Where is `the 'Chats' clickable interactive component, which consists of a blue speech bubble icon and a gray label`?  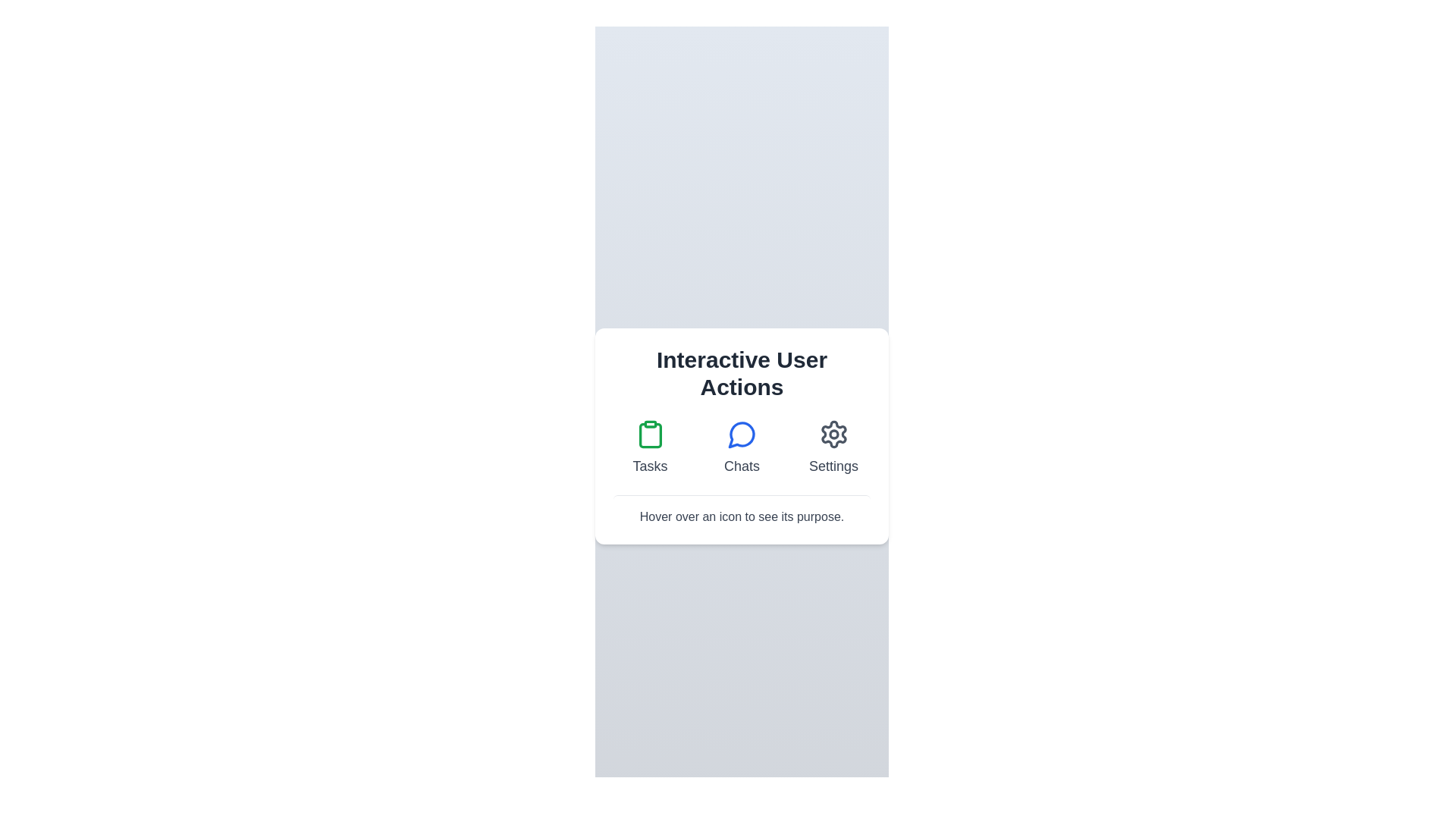 the 'Chats' clickable interactive component, which consists of a blue speech bubble icon and a gray label is located at coordinates (742, 447).